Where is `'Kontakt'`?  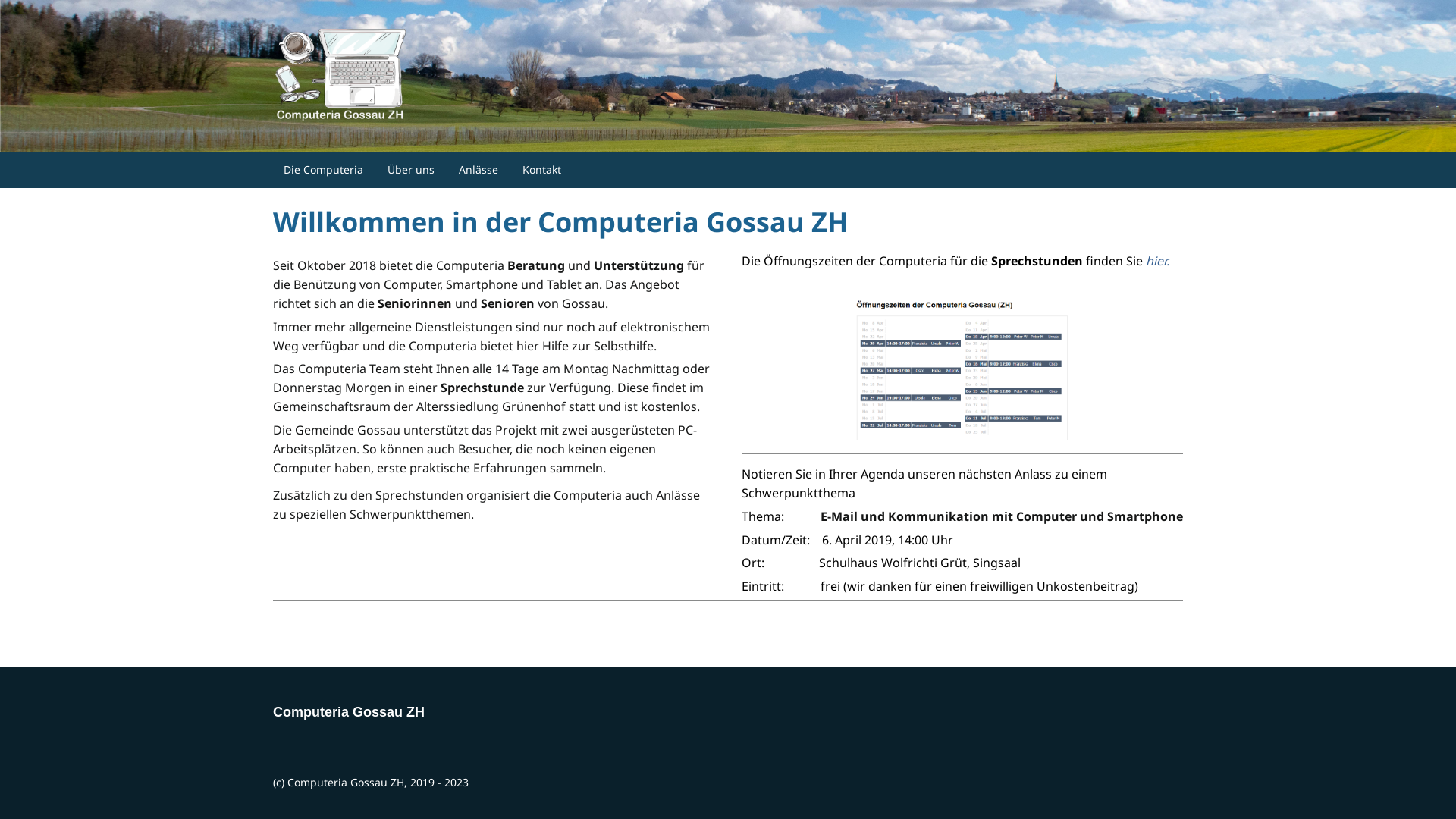 'Kontakt' is located at coordinates (541, 169).